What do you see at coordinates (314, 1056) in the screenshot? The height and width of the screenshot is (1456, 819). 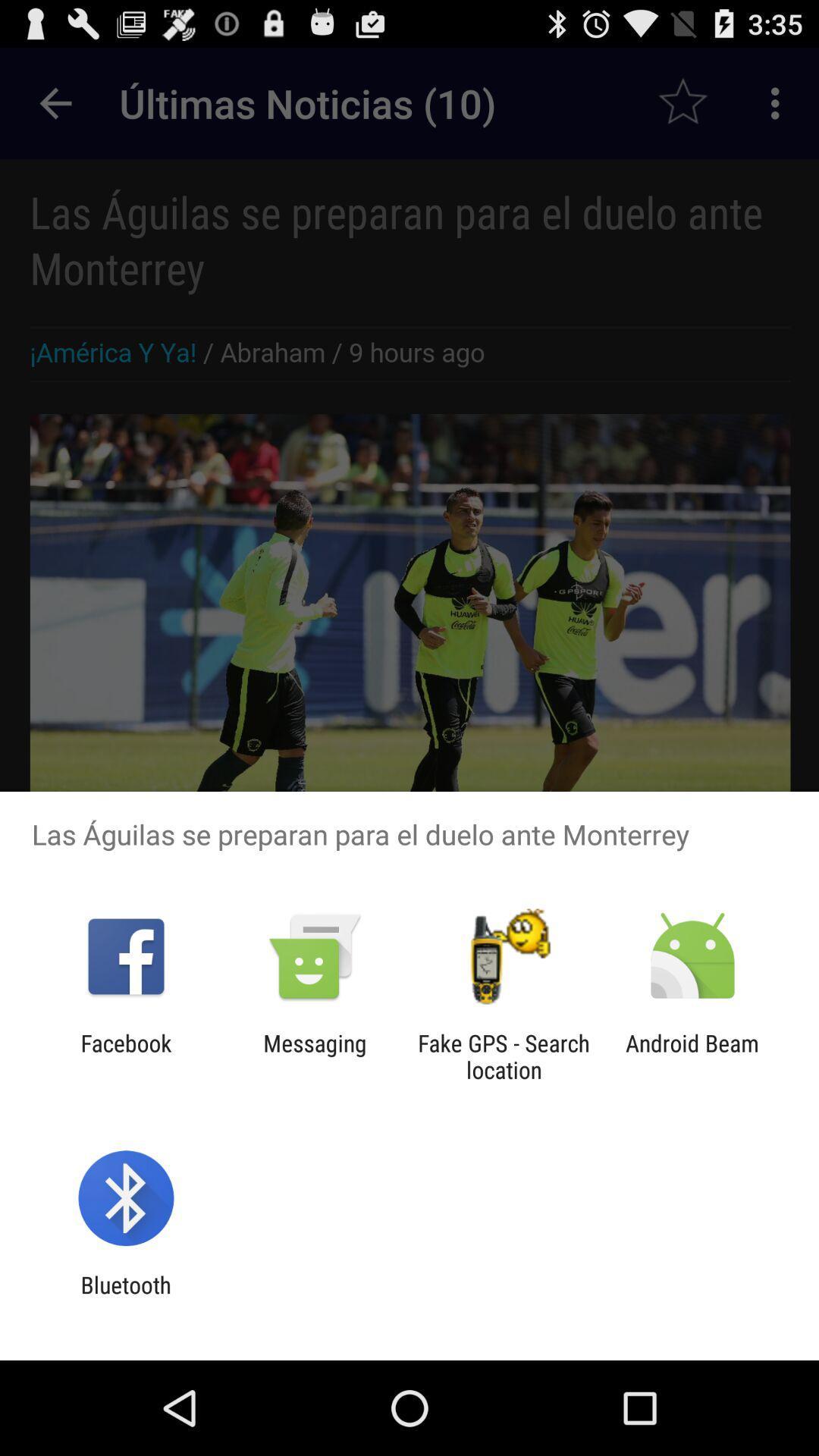 I see `the messaging item` at bounding box center [314, 1056].